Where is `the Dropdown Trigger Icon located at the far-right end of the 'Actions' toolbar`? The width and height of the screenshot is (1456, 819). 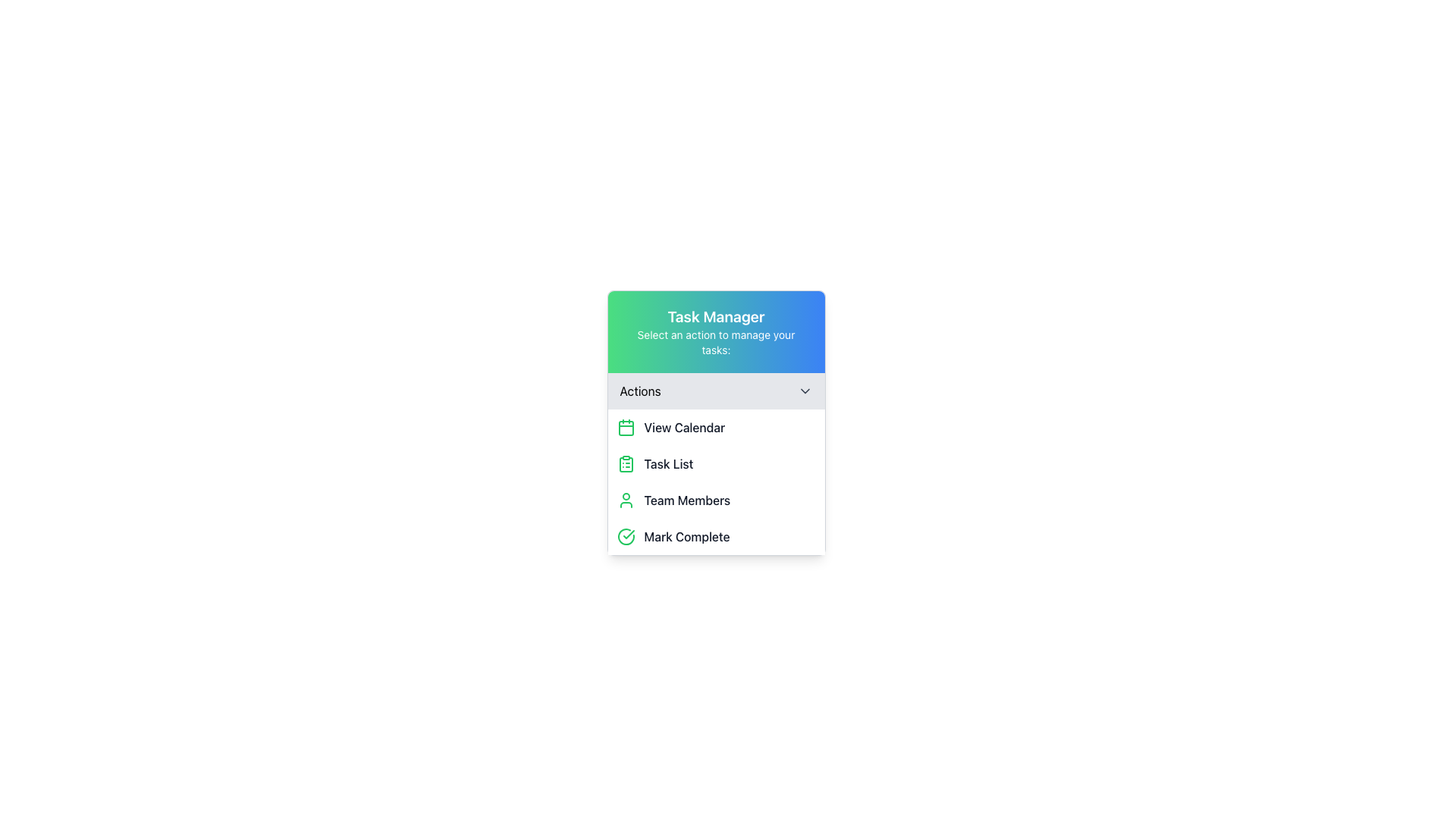
the Dropdown Trigger Icon located at the far-right end of the 'Actions' toolbar is located at coordinates (804, 391).